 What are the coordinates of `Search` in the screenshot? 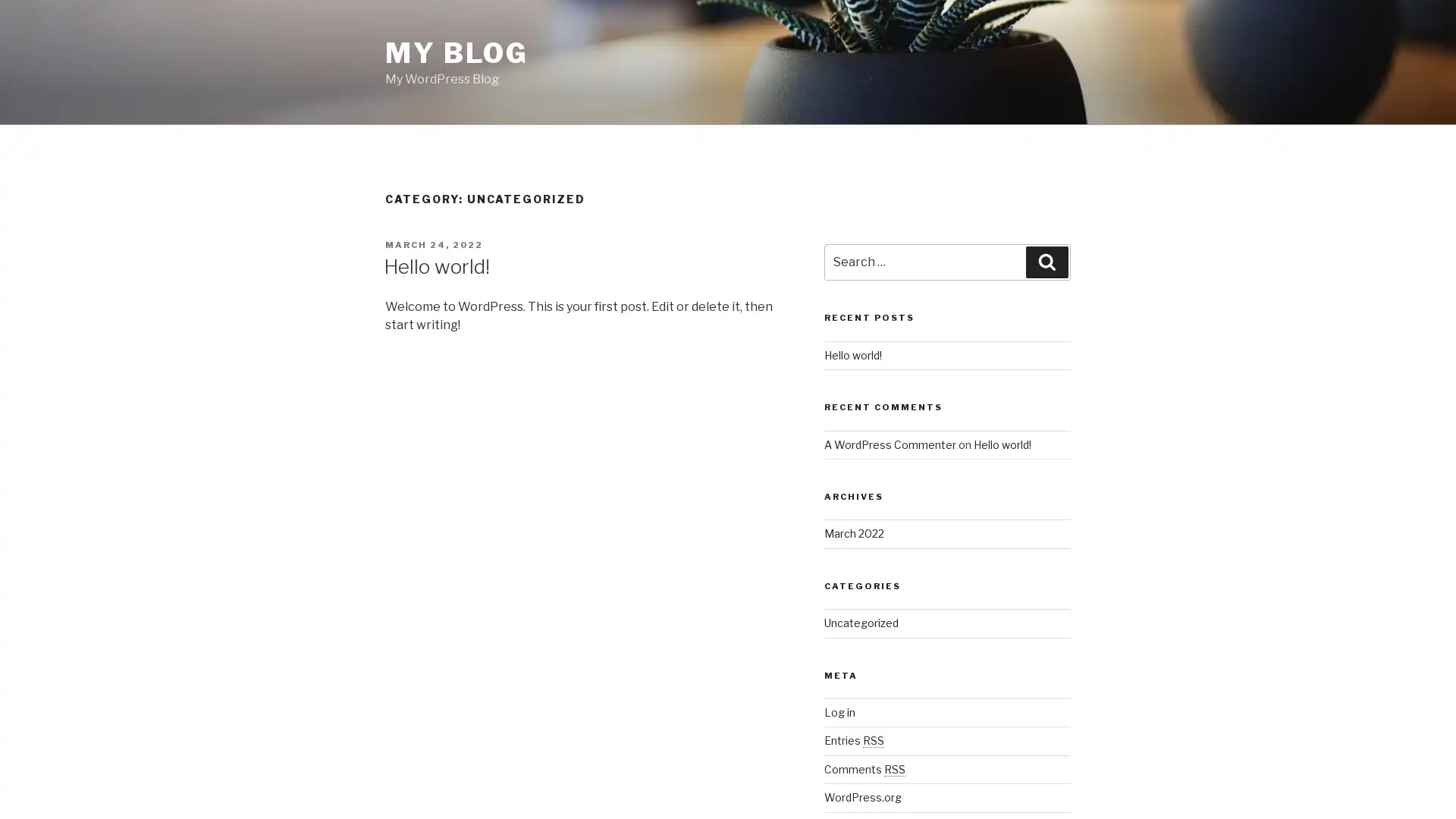 It's located at (1046, 262).